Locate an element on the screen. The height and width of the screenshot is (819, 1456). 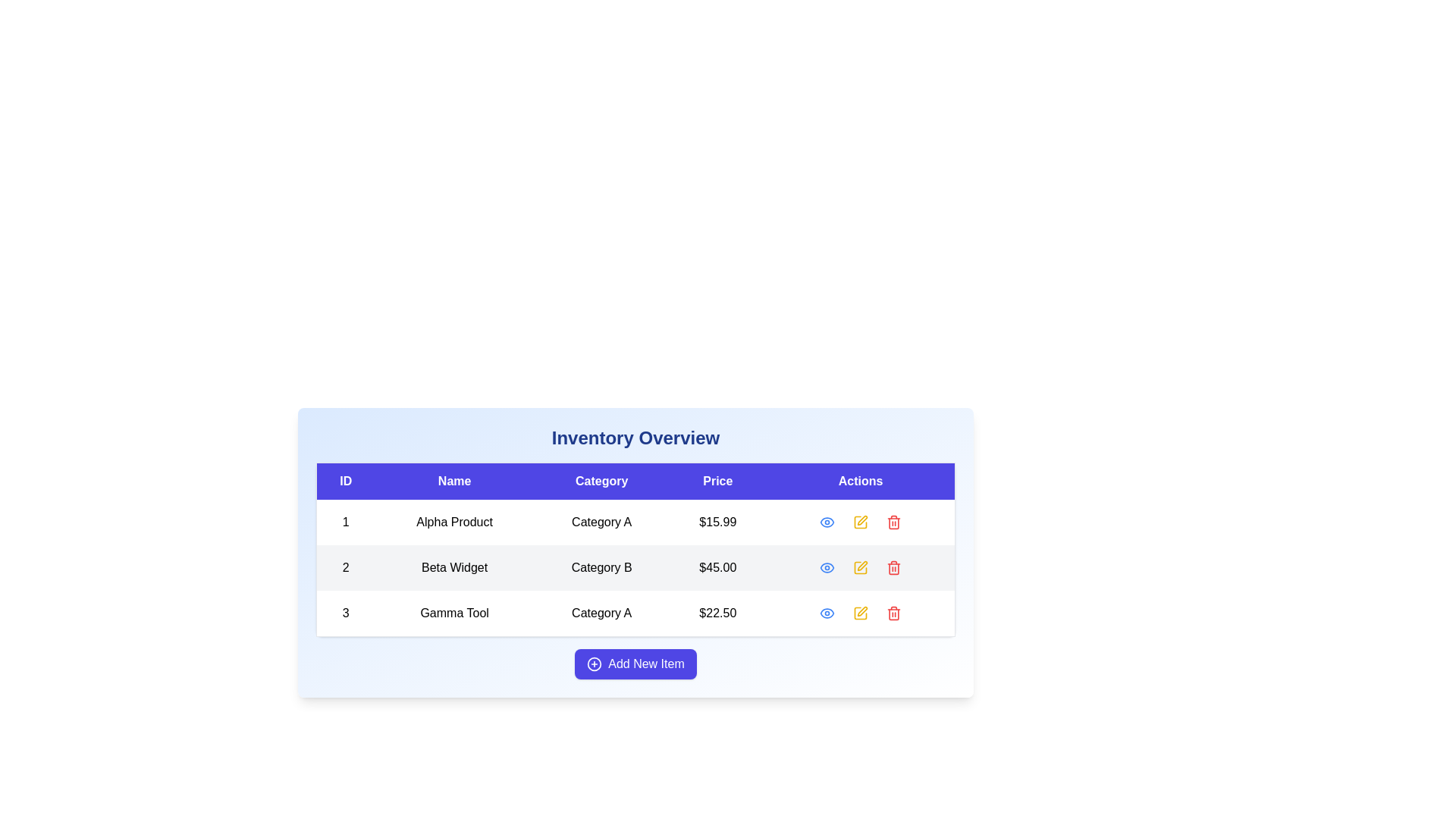
the pen icon in the bottom row of the 'Actions' column to initiate an edit action for the item 'Gamma Tool' is located at coordinates (862, 610).